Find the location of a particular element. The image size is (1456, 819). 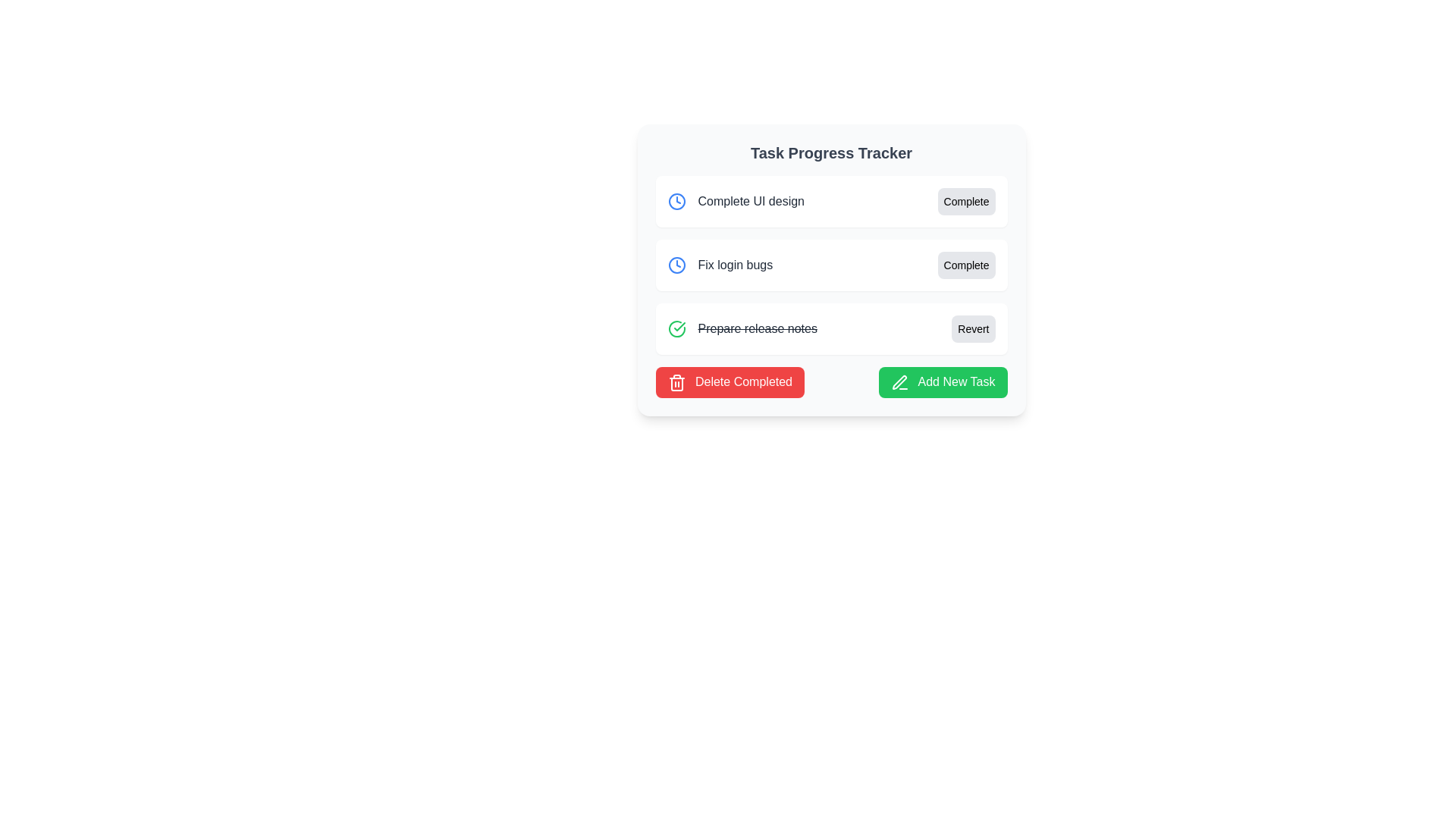

text content of the medium-sized gray text label displaying 'Fix login bugs', which is positioned as the second task item in the task tracking interface is located at coordinates (735, 265).